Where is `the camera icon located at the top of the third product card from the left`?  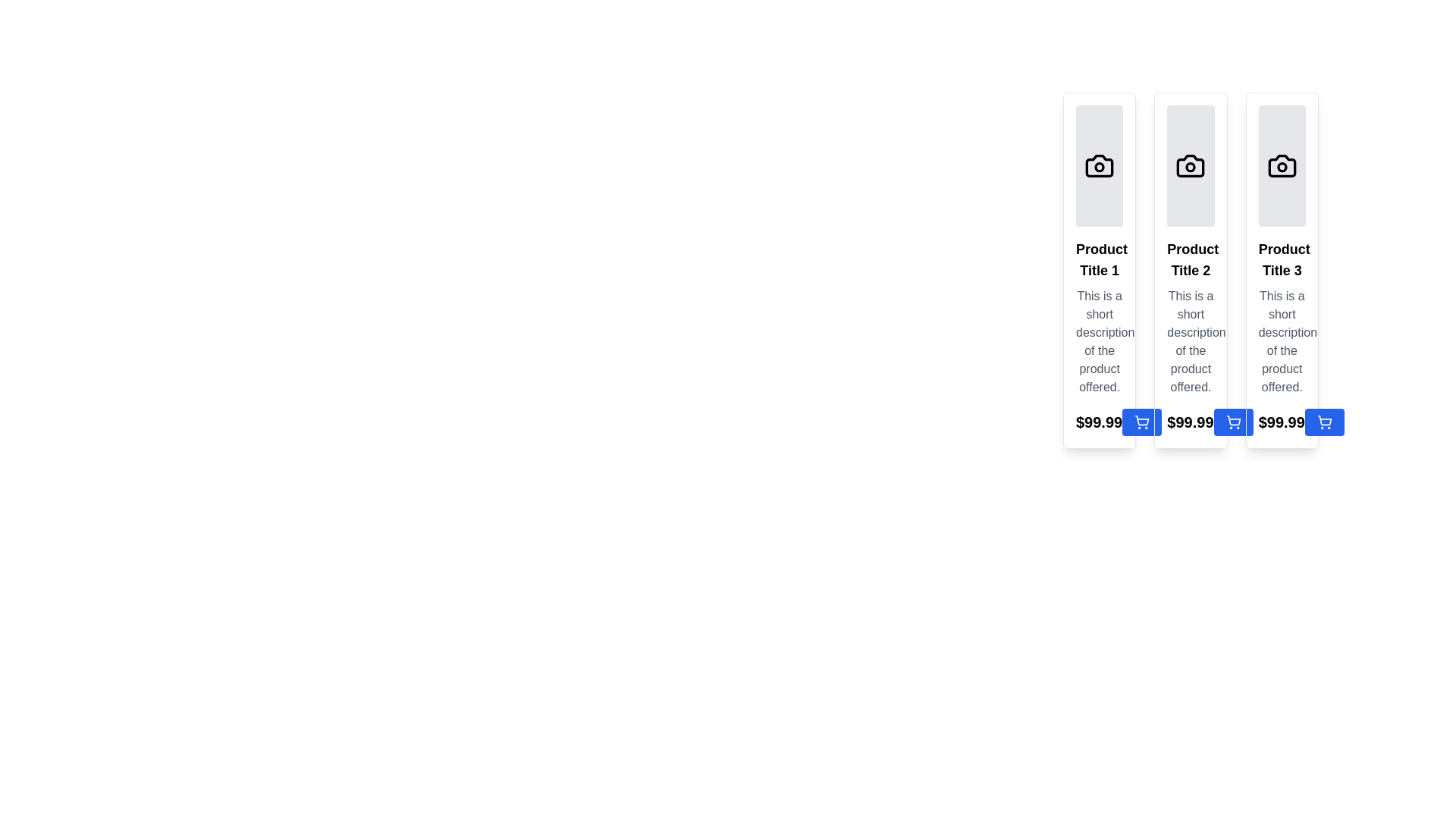 the camera icon located at the top of the third product card from the left is located at coordinates (1281, 166).